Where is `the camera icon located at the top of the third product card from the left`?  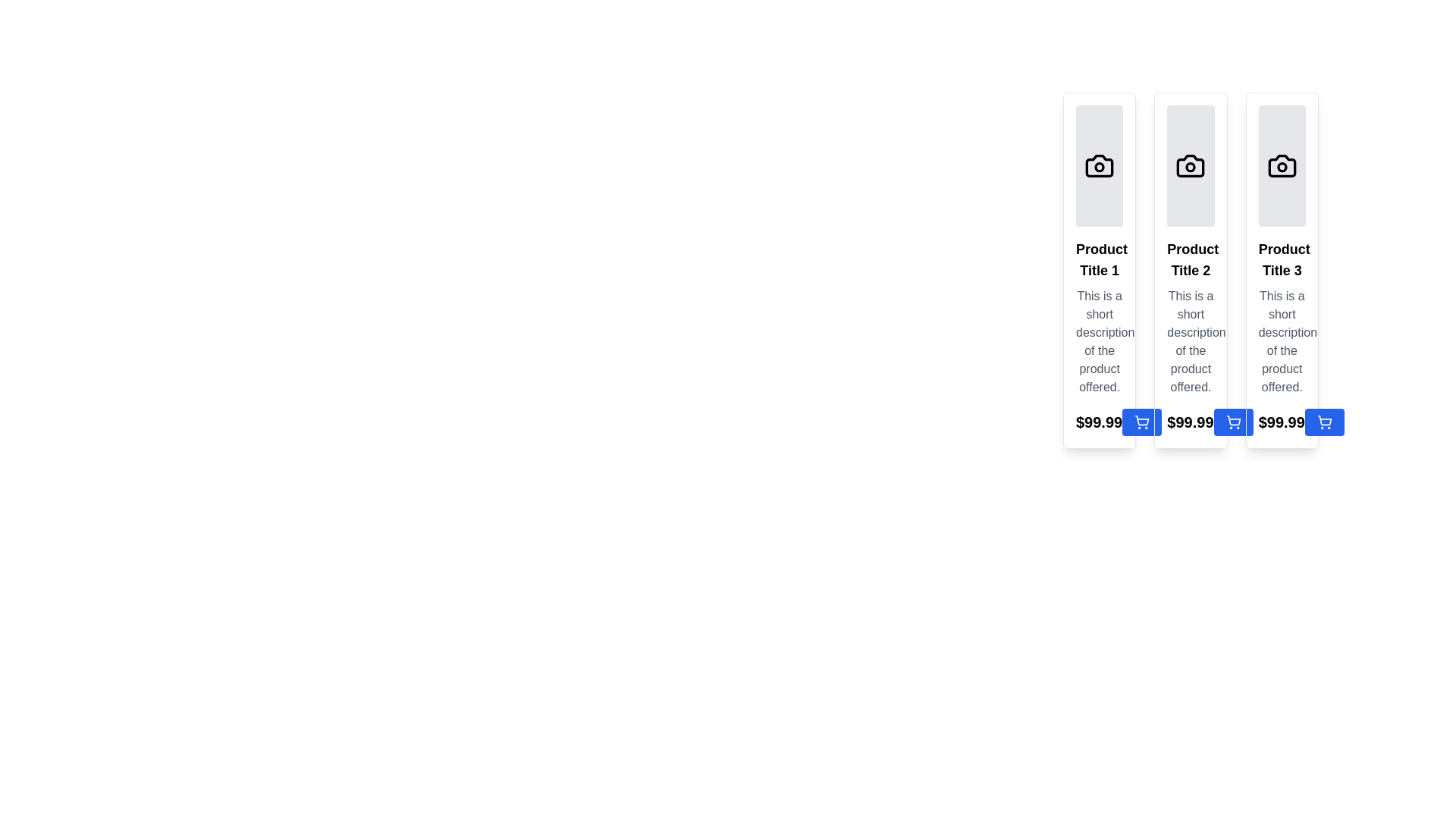 the camera icon located at the top of the third product card from the left is located at coordinates (1281, 166).